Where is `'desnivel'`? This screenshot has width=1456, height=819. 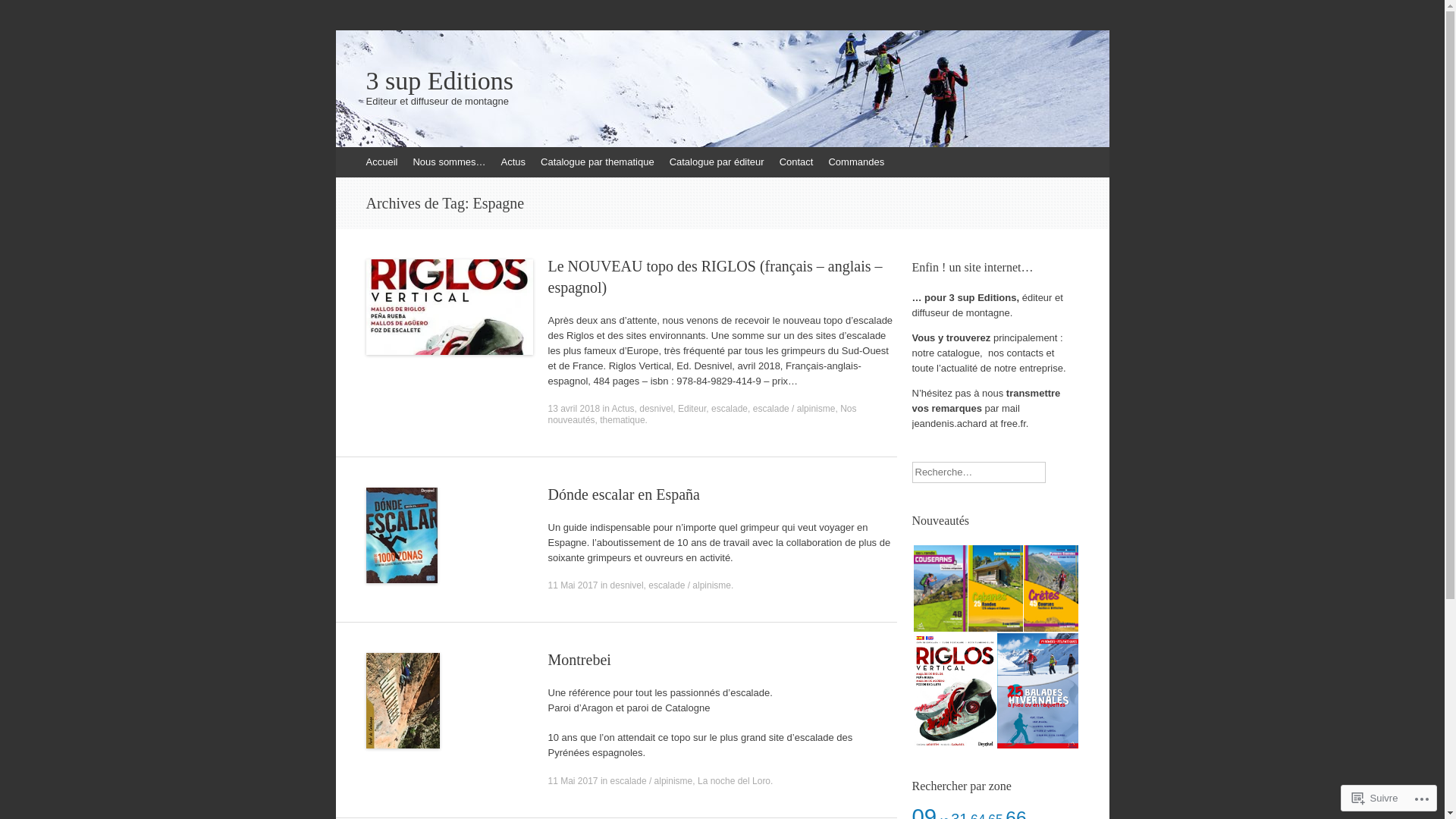
'desnivel' is located at coordinates (655, 408).